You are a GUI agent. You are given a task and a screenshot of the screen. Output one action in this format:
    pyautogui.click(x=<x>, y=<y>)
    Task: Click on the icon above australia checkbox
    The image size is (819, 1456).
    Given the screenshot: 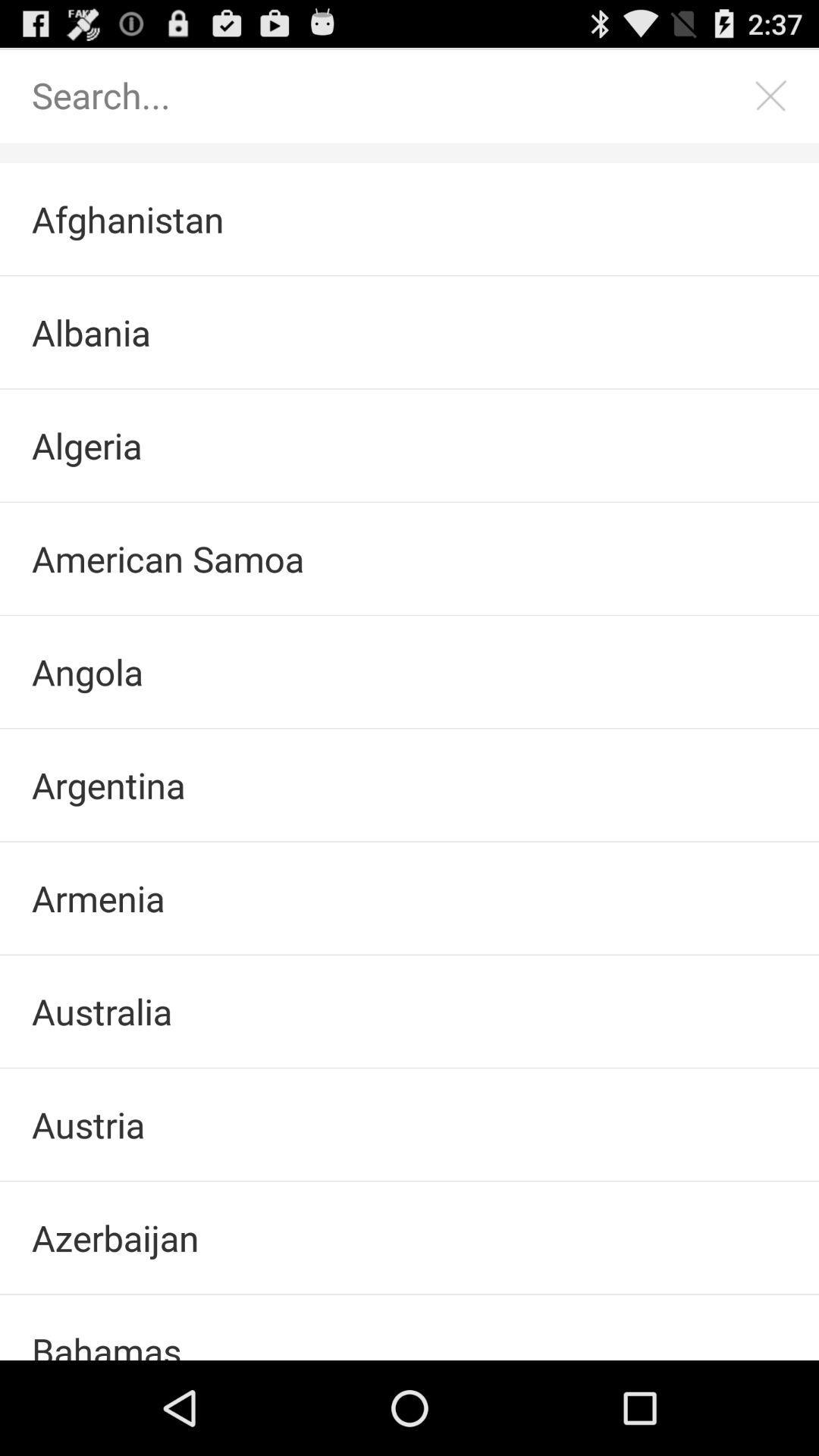 What is the action you would take?
    pyautogui.click(x=409, y=898)
    